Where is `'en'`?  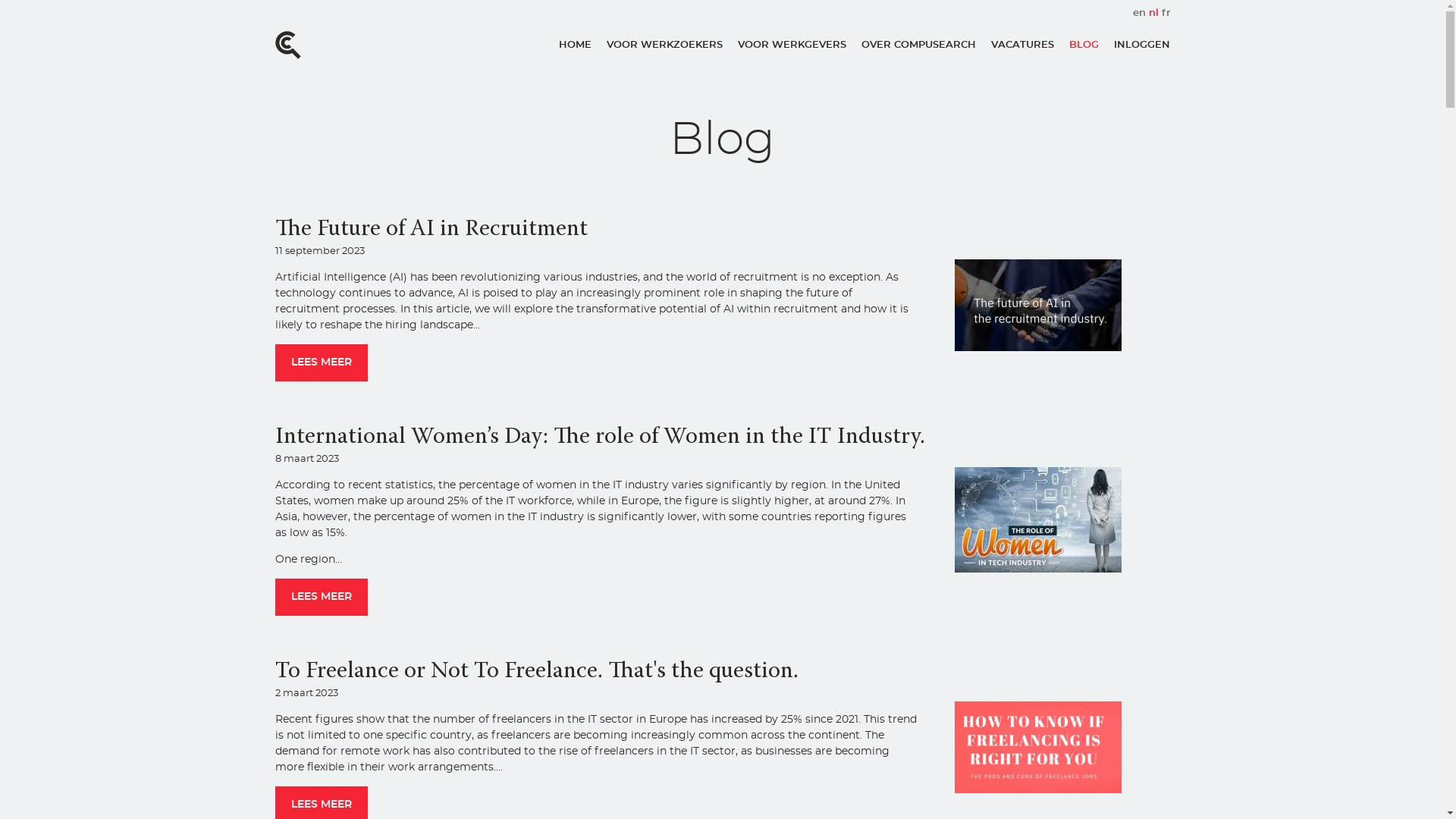 'en' is located at coordinates (1139, 12).